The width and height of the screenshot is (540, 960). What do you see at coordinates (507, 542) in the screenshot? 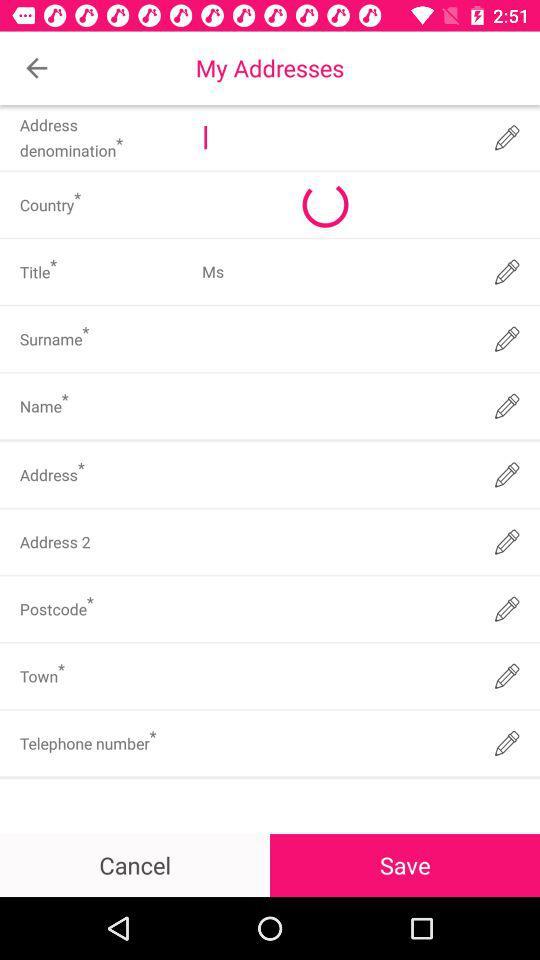
I see `the edit icon beside text the address 2` at bounding box center [507, 542].